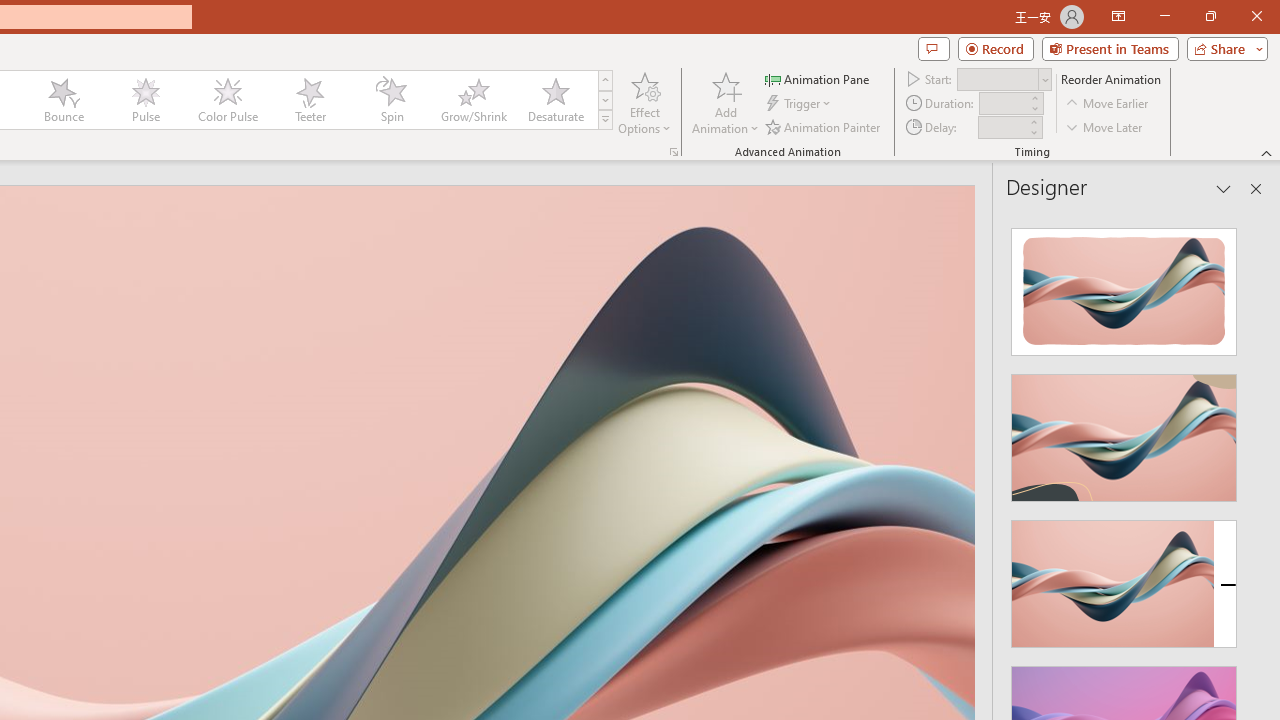 This screenshot has width=1280, height=720. I want to click on 'Trigger', so click(800, 103).